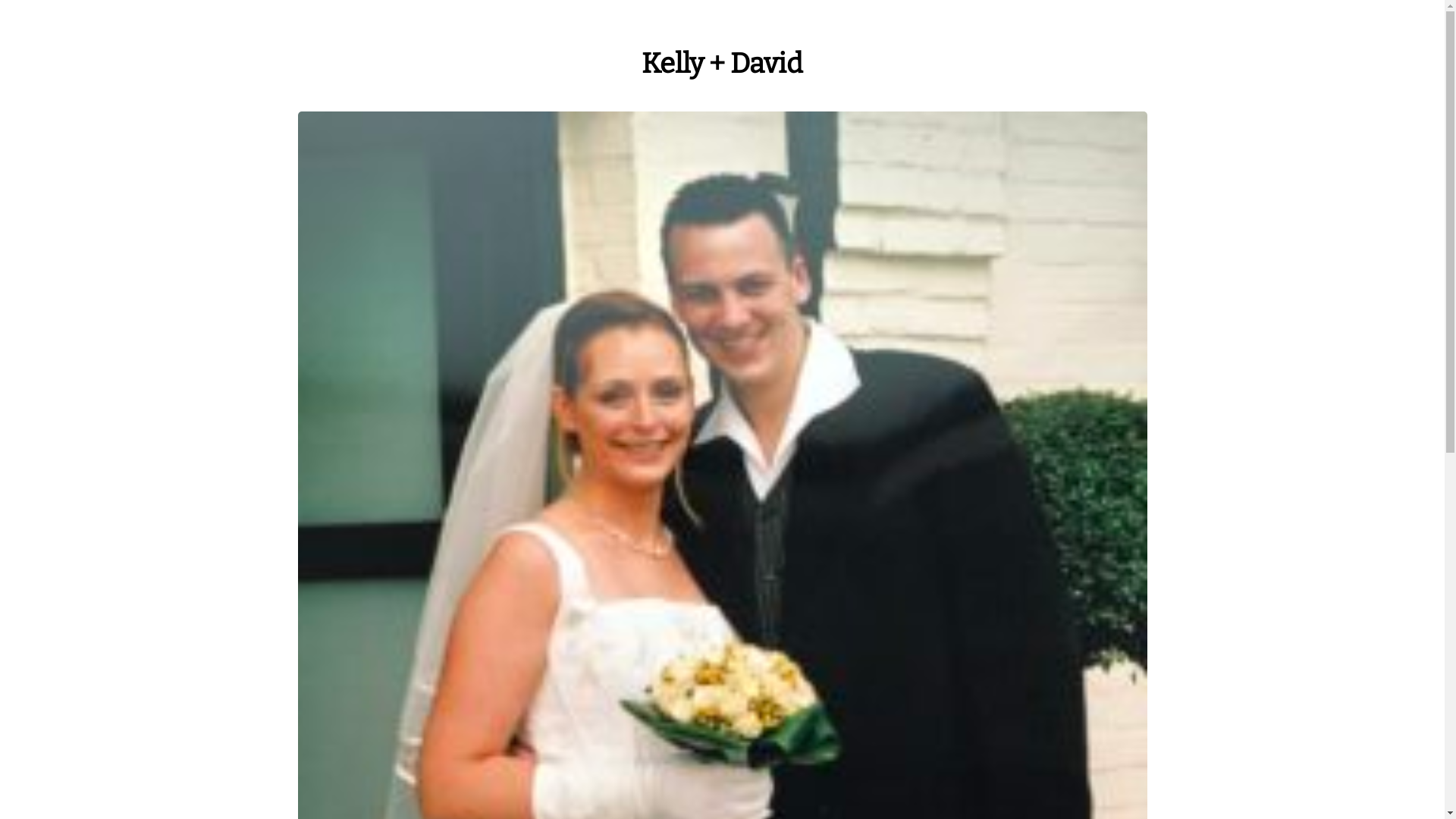 The height and width of the screenshot is (819, 1456). Describe the element at coordinates (641, 63) in the screenshot. I see `'Kelly + David'` at that location.